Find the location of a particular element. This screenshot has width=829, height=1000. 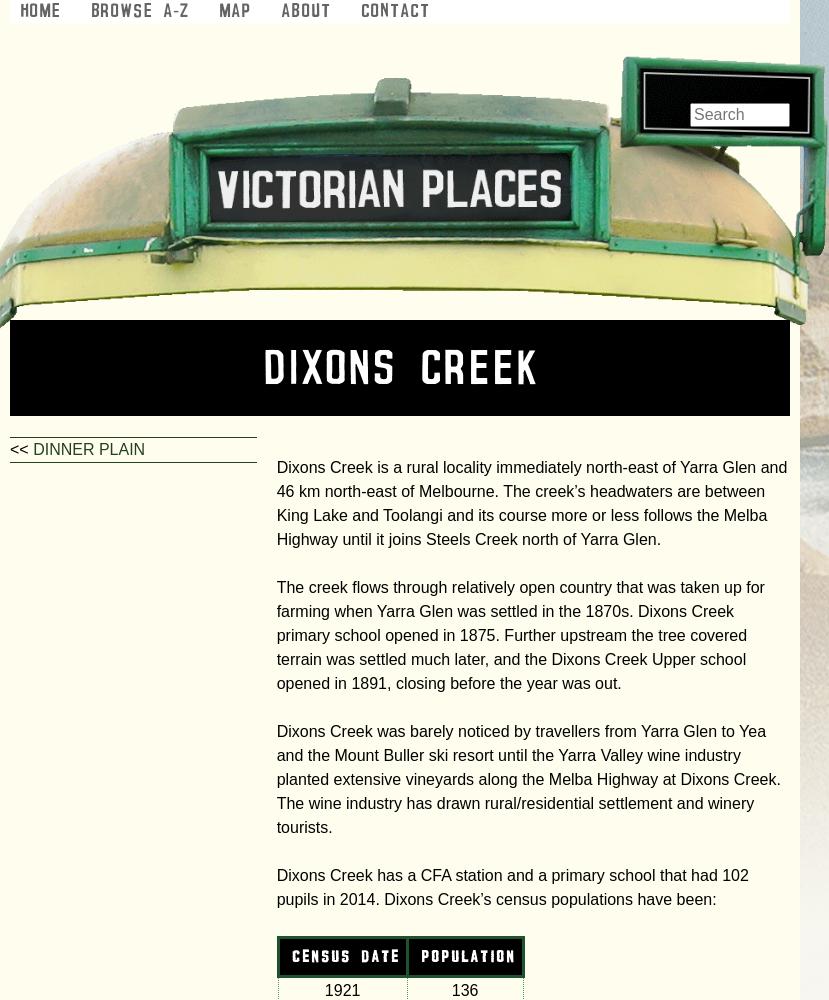

'census date' is located at coordinates (289, 955).